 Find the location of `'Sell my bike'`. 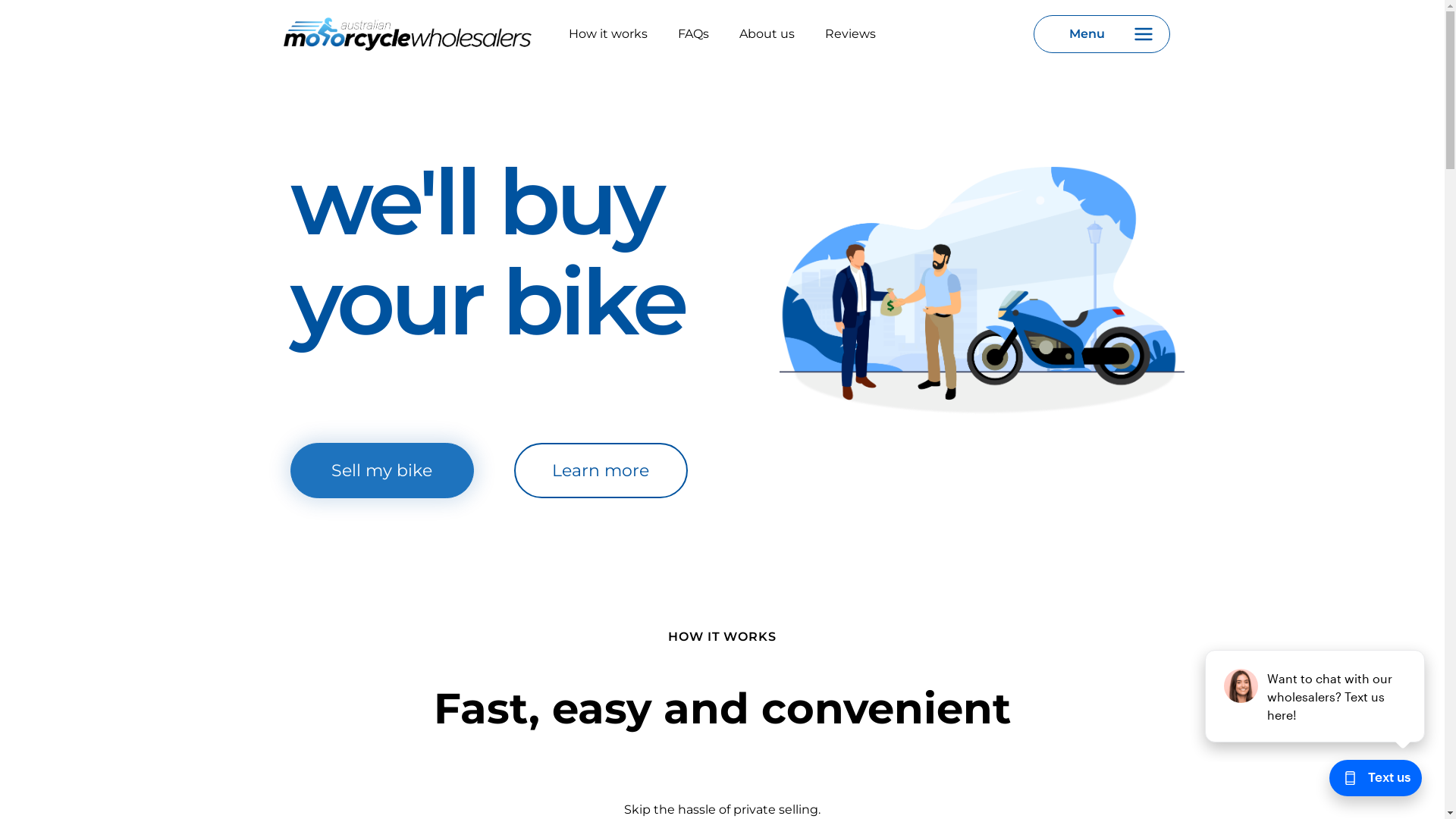

'Sell my bike' is located at coordinates (381, 469).